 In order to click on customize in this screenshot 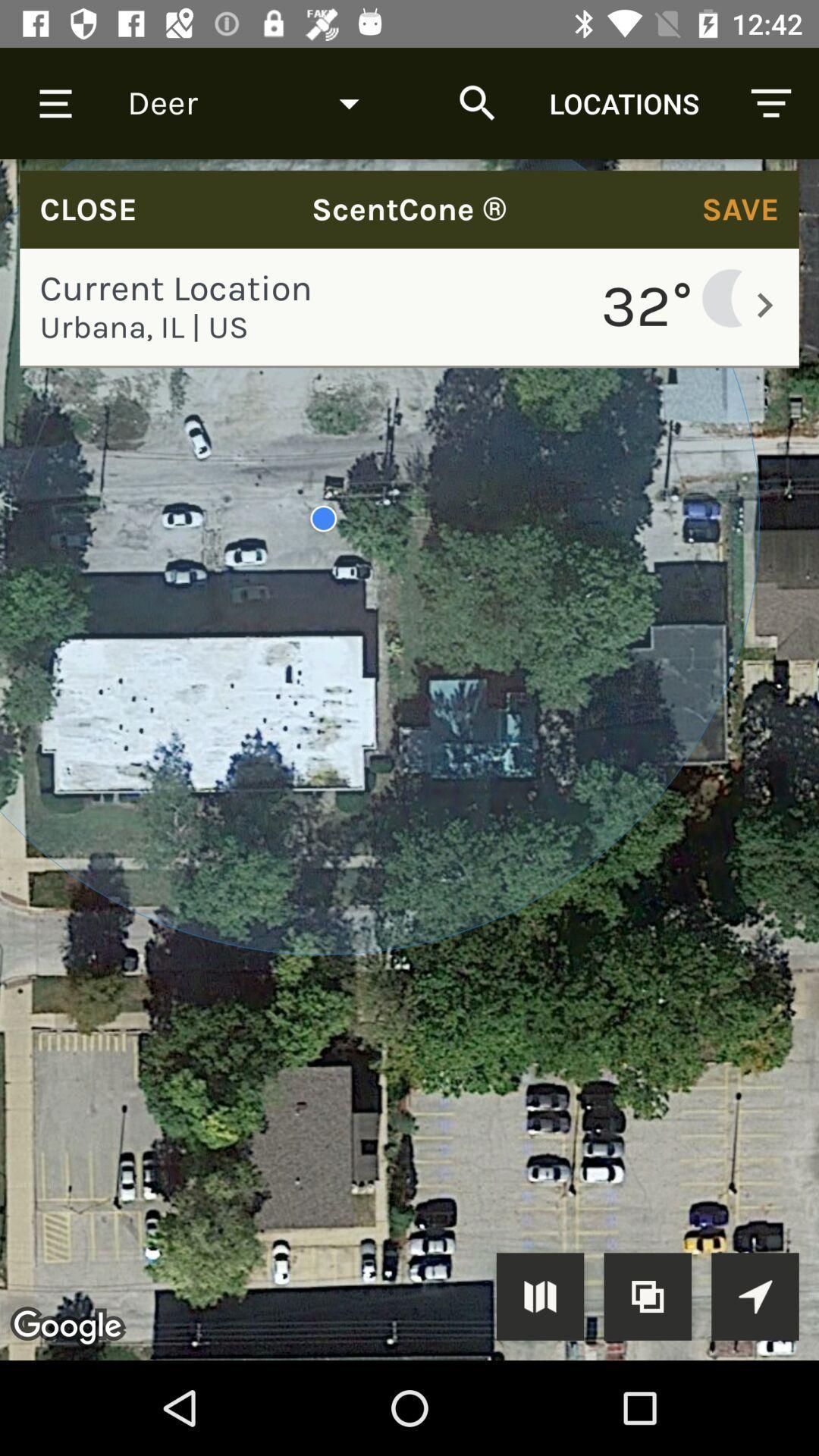, I will do `click(648, 1295)`.